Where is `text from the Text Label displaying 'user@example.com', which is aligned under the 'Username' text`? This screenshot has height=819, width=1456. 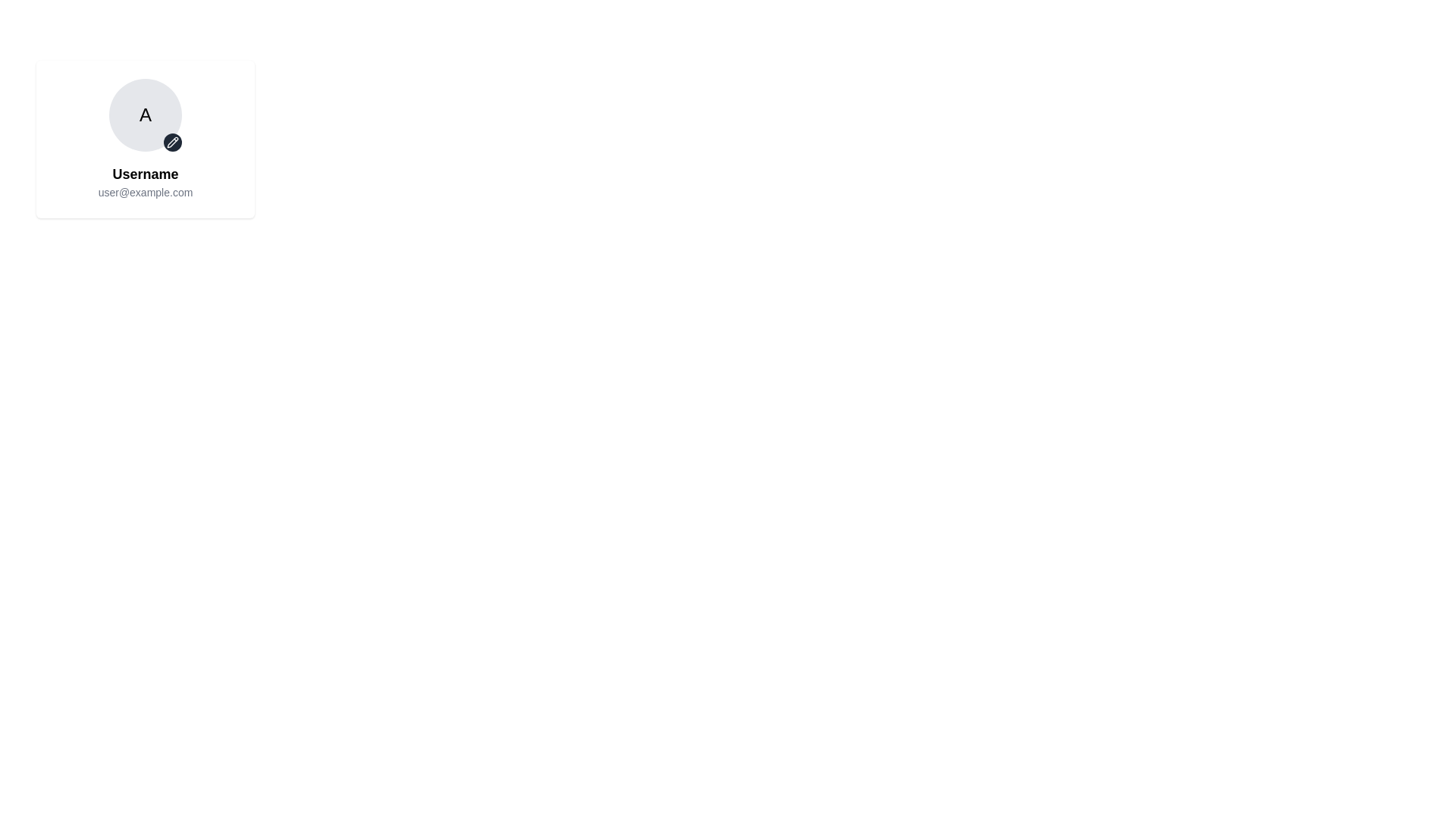 text from the Text Label displaying 'user@example.com', which is aligned under the 'Username' text is located at coordinates (146, 192).